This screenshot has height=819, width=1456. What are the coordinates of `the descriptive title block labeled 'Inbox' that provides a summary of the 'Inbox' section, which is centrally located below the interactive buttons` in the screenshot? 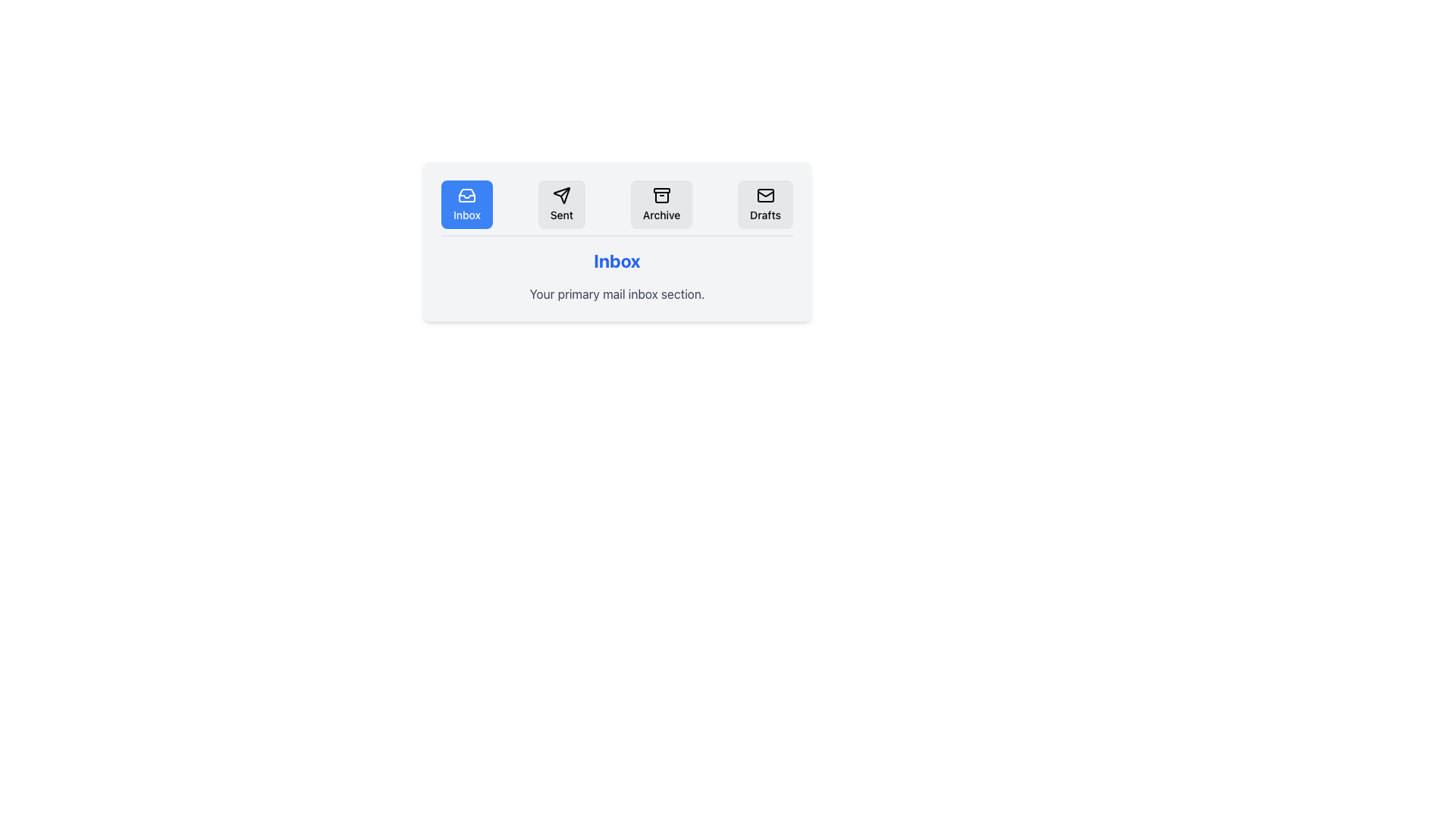 It's located at (617, 275).